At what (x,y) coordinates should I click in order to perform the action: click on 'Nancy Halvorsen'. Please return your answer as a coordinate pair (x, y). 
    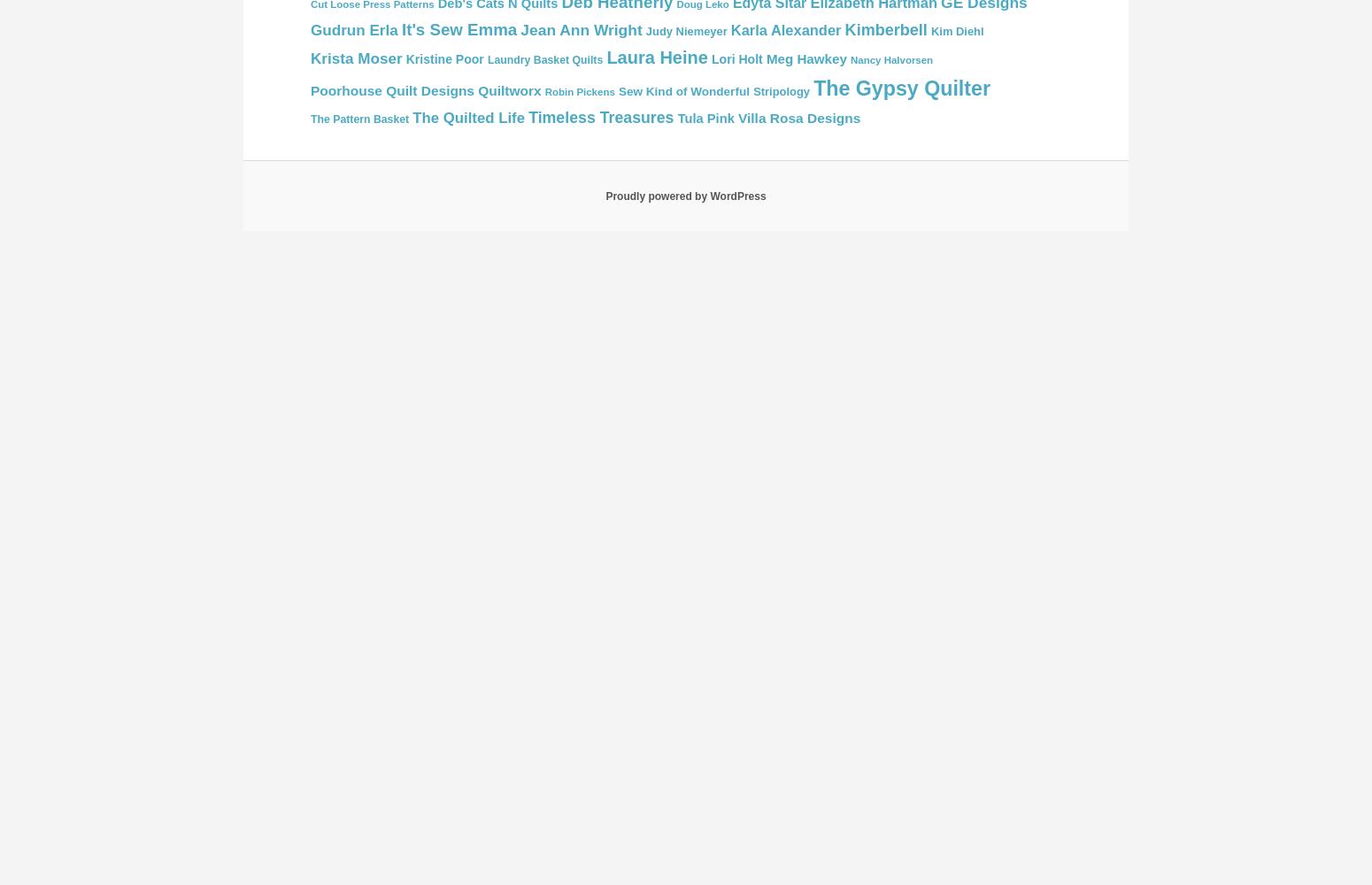
    Looking at the image, I should click on (850, 59).